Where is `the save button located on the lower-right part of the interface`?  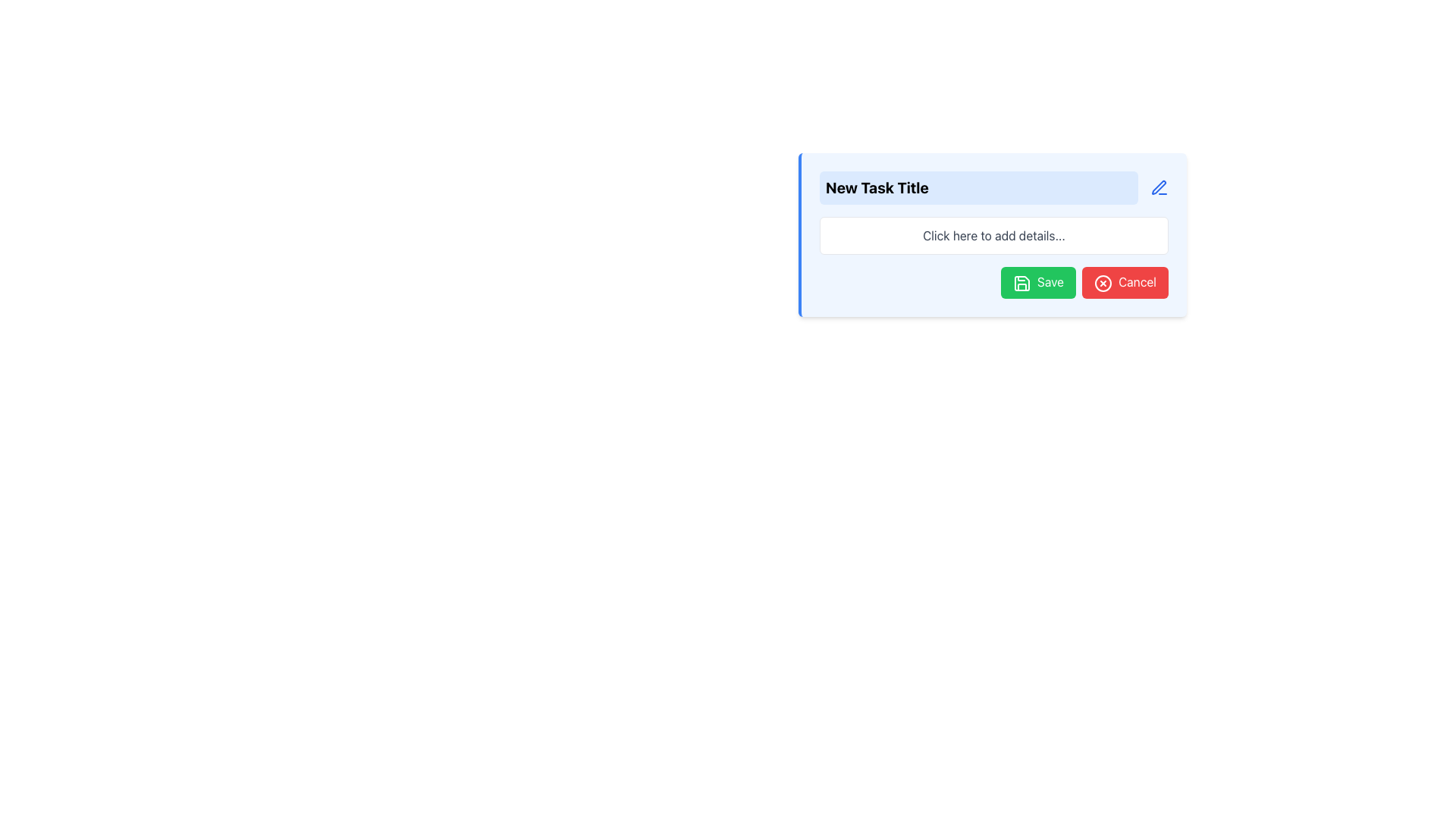
the save button located on the lower-right part of the interface is located at coordinates (1037, 282).